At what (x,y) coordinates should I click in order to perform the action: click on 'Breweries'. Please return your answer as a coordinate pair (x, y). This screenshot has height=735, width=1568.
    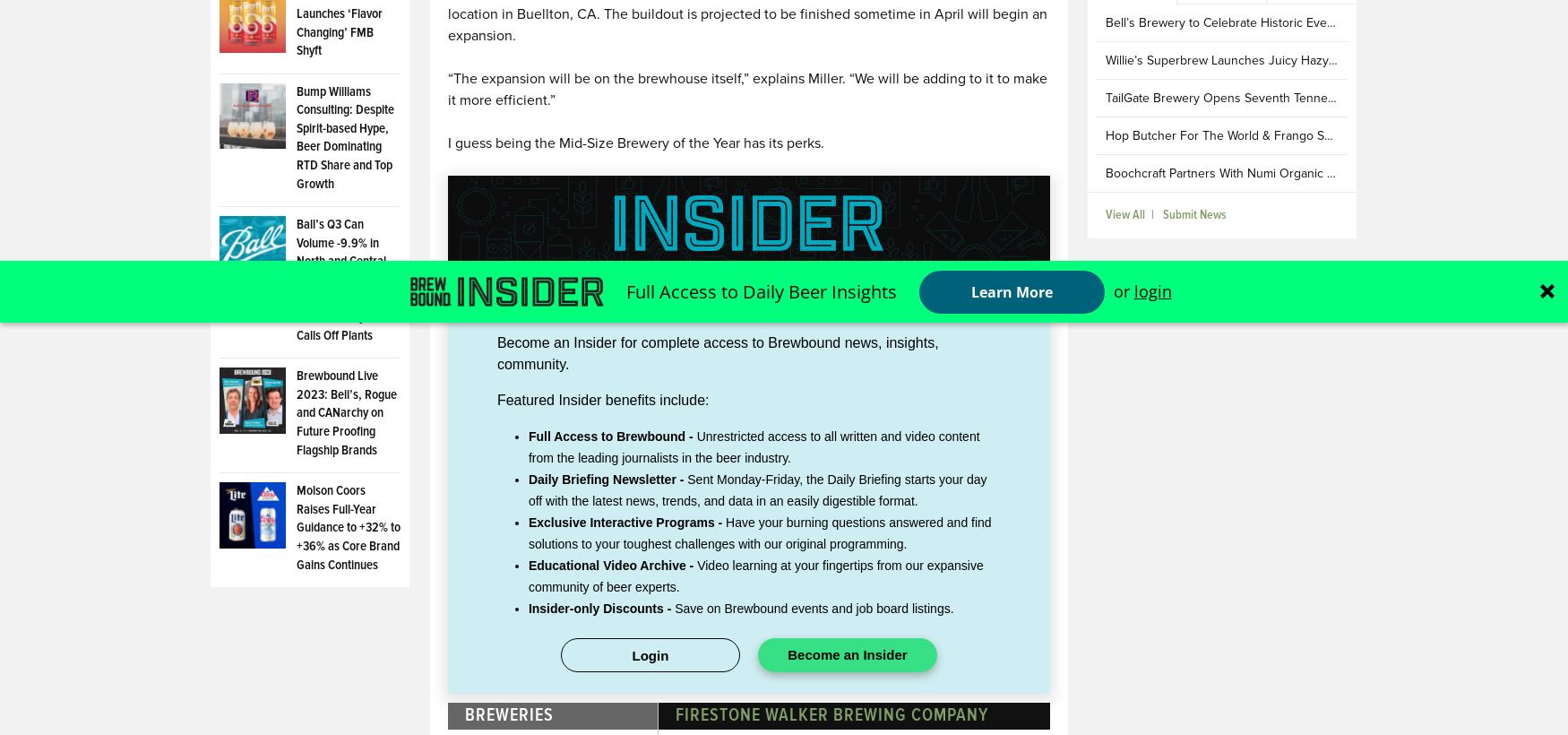
    Looking at the image, I should click on (463, 715).